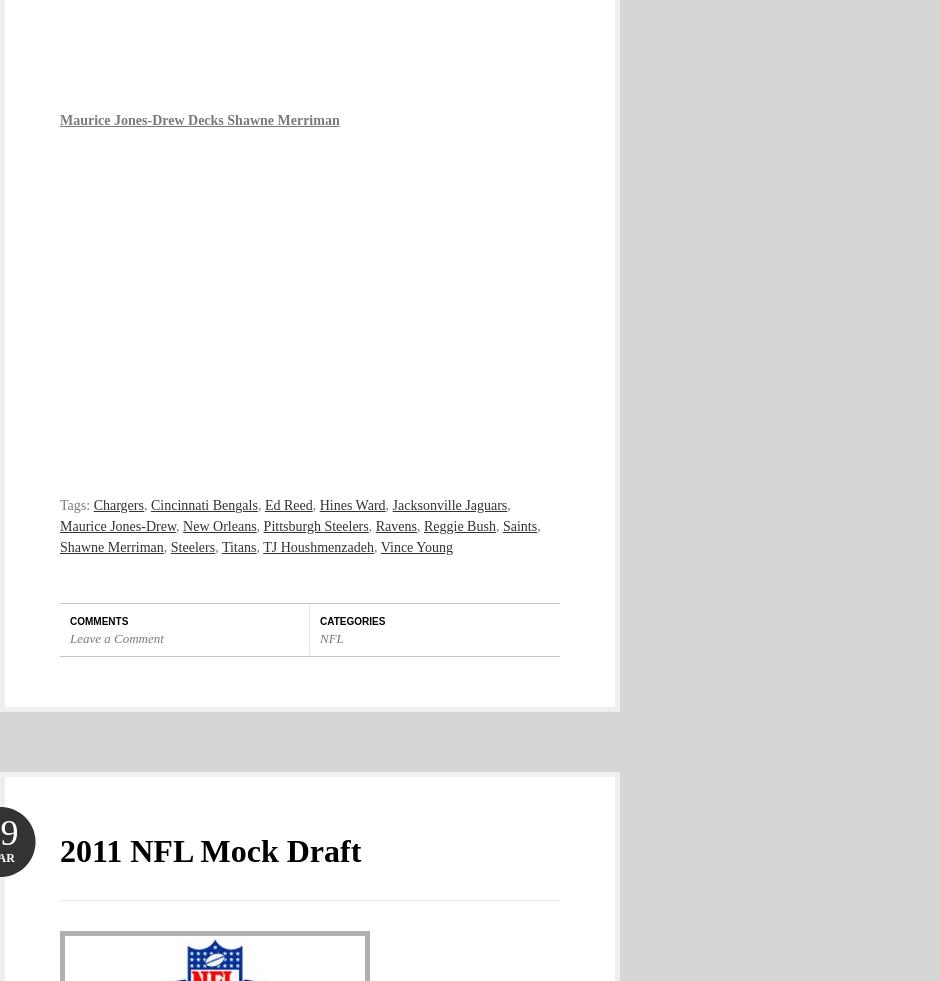 The height and width of the screenshot is (981, 940). What do you see at coordinates (263, 546) in the screenshot?
I see `'TJ Houshmenzadeh'` at bounding box center [263, 546].